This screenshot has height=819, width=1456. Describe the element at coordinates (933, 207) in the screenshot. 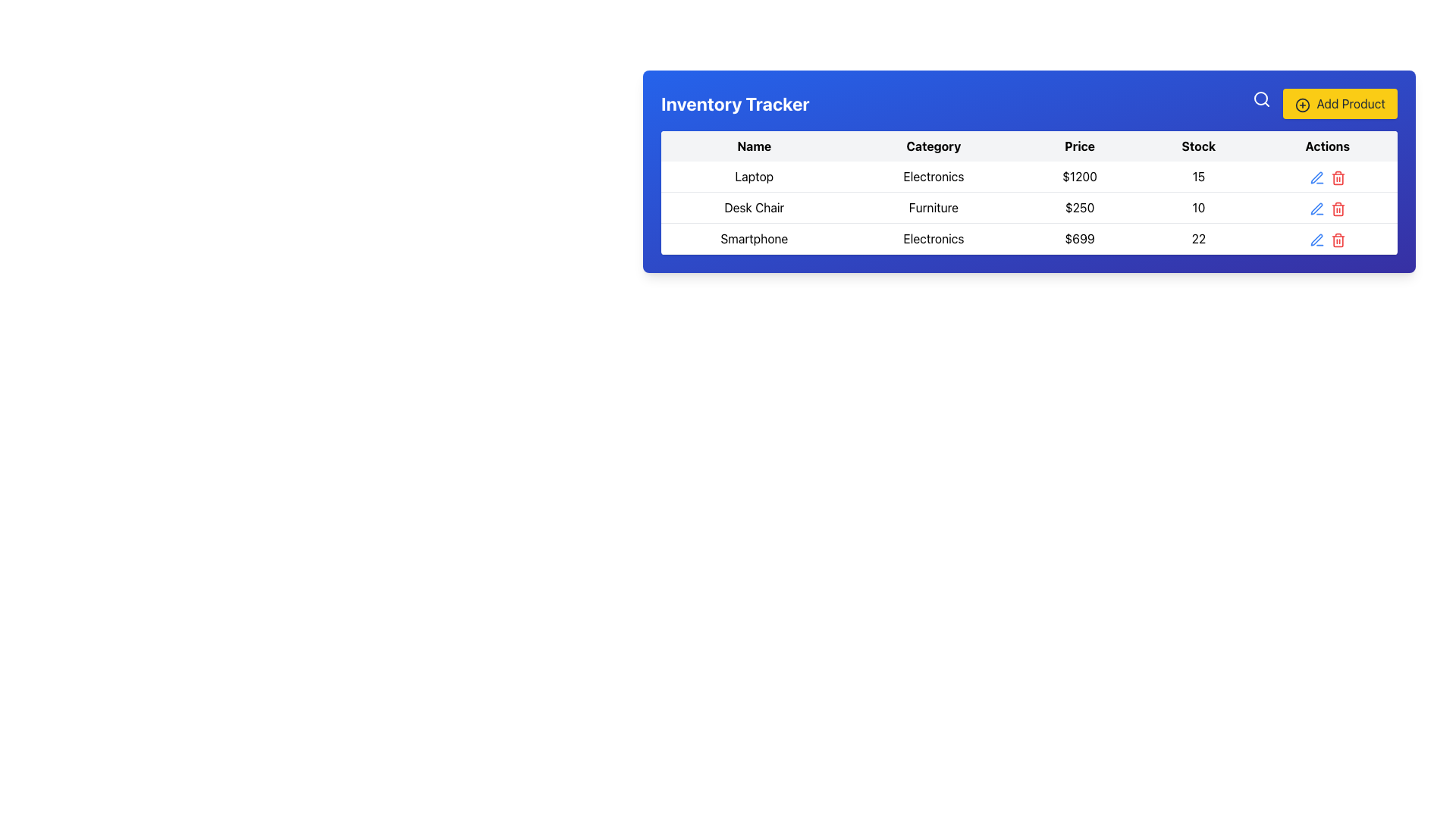

I see `the Text Cell indicating the category classification of the 'Desk Chair' item in the inventory list` at that location.